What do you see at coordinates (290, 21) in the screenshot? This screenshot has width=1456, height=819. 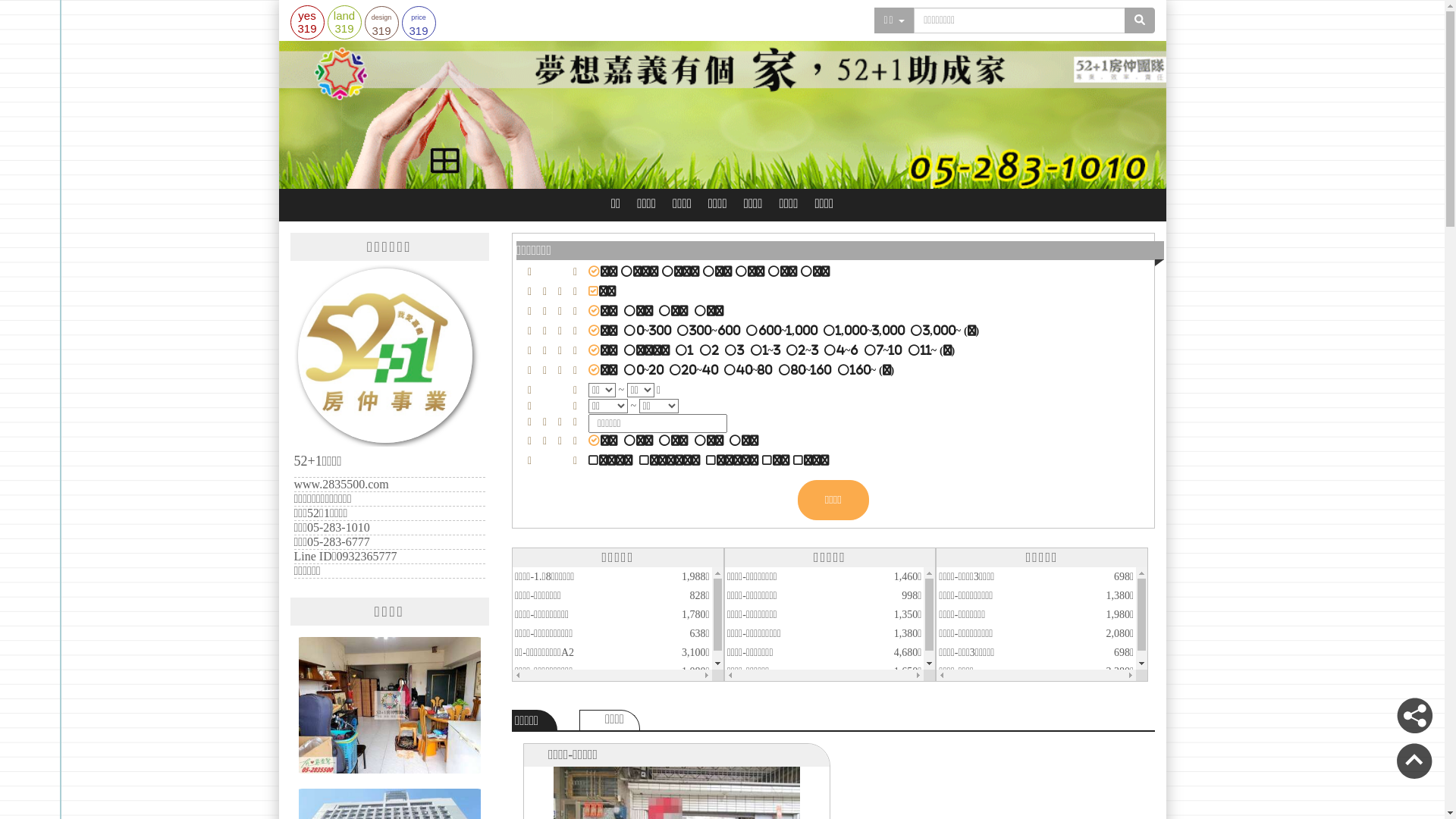 I see `'yes` at bounding box center [290, 21].